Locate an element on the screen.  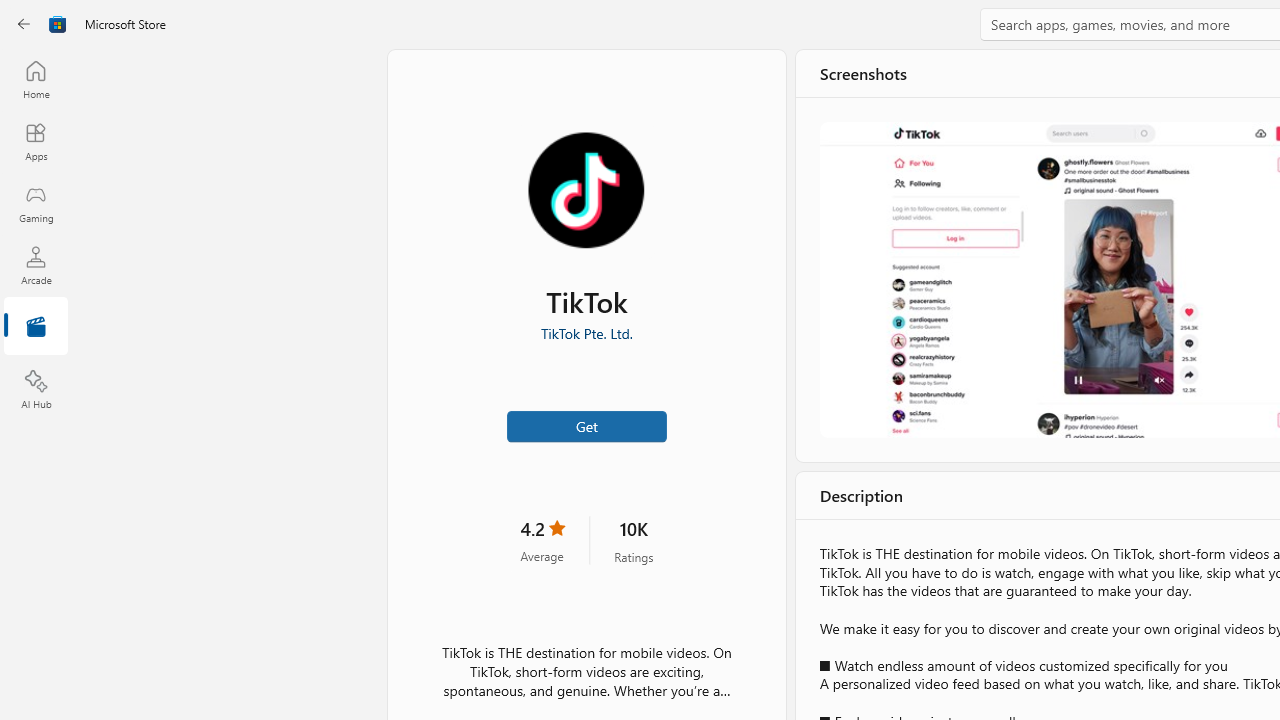
'Arcade' is located at coordinates (35, 264).